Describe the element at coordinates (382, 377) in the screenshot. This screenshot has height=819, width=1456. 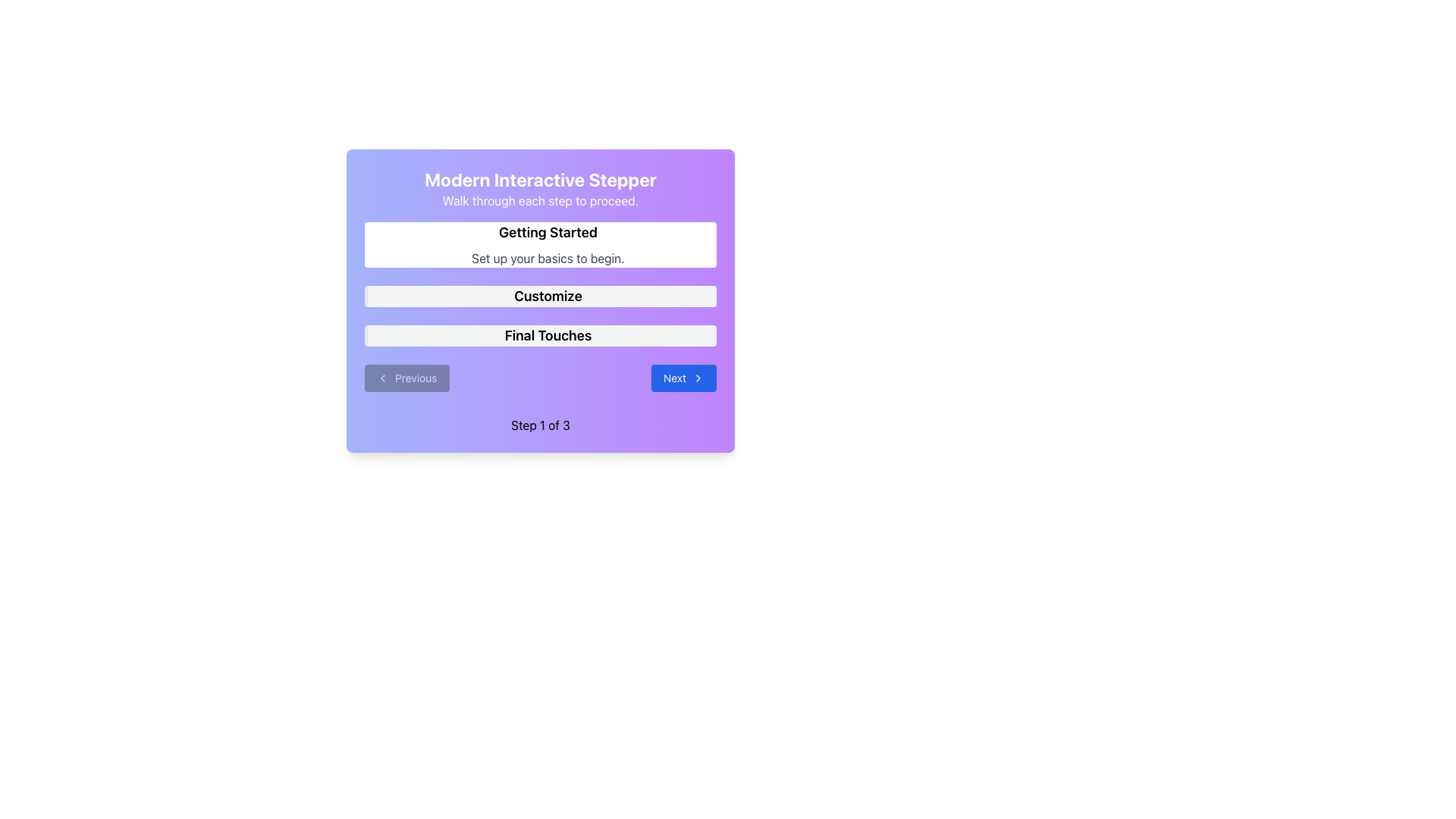
I see `the left-pointing chevron icon located to the left of the 'Previous' button in the bottom-left corner of the interactive stepper interface` at that location.